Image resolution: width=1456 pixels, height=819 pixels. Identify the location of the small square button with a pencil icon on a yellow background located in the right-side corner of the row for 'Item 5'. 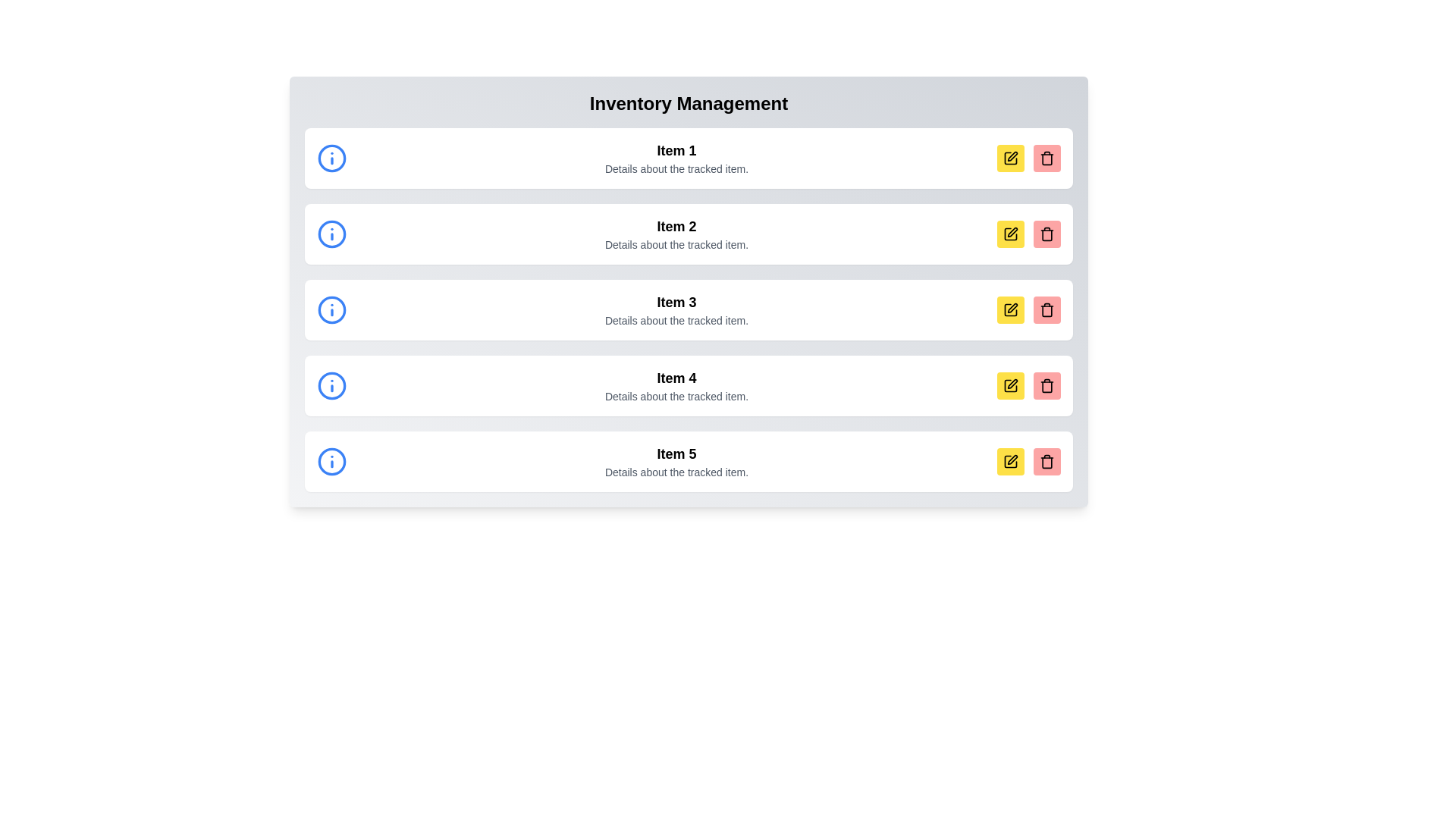
(1011, 461).